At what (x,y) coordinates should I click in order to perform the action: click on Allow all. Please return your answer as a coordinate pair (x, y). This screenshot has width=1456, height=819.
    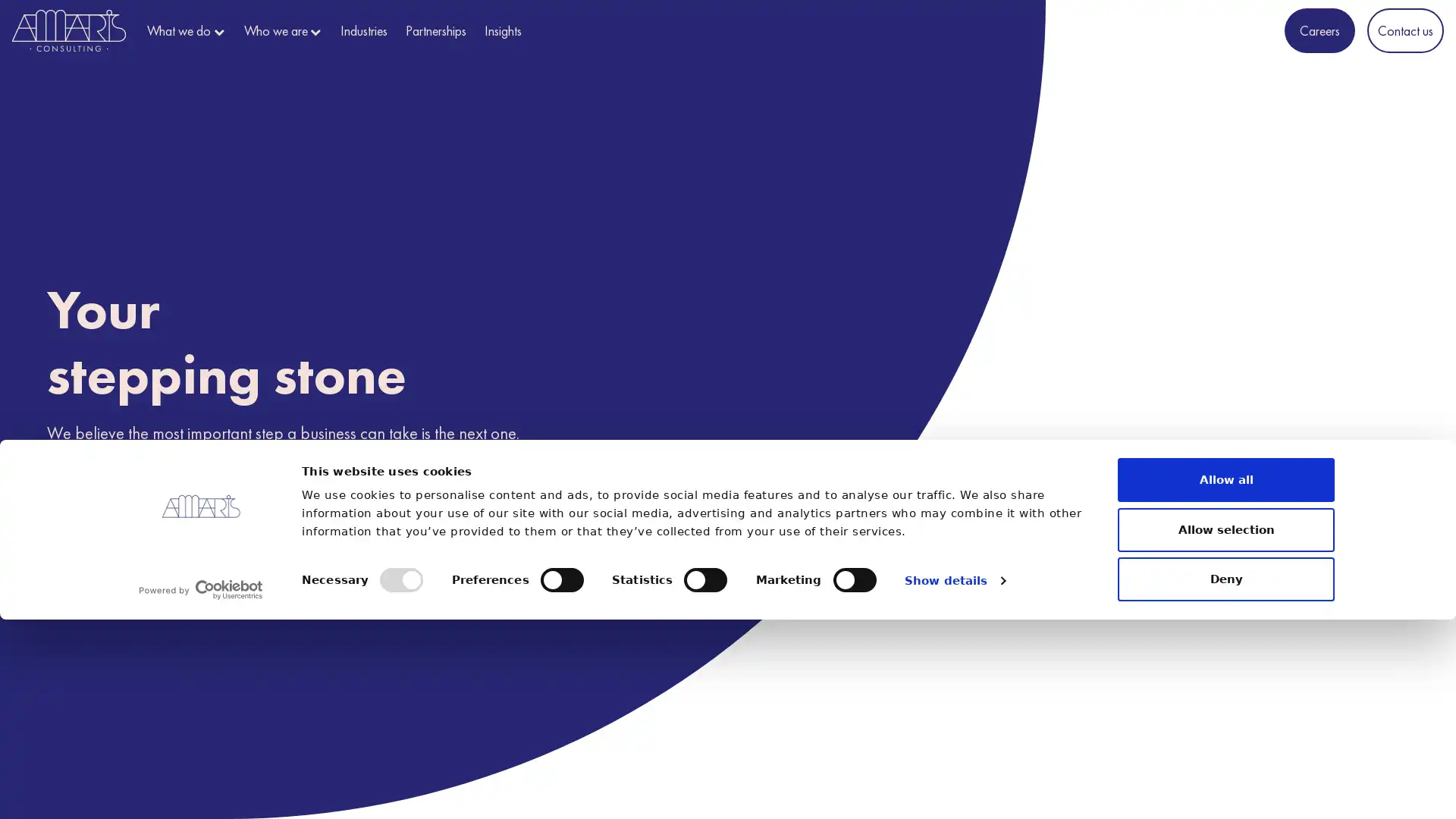
    Looking at the image, I should click on (1226, 678).